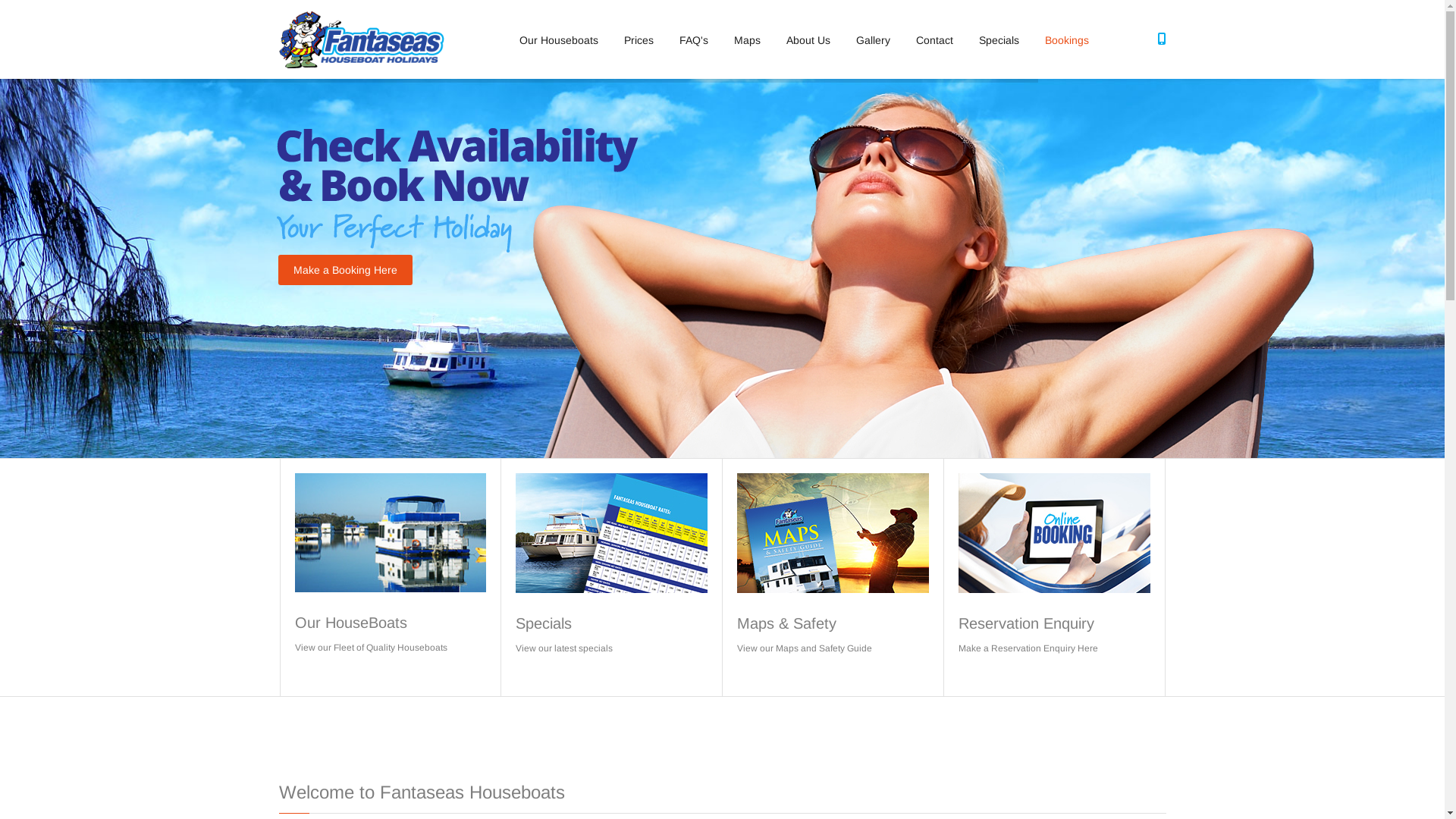 This screenshot has height=819, width=1456. Describe the element at coordinates (967, 39) in the screenshot. I see `'Specials'` at that location.